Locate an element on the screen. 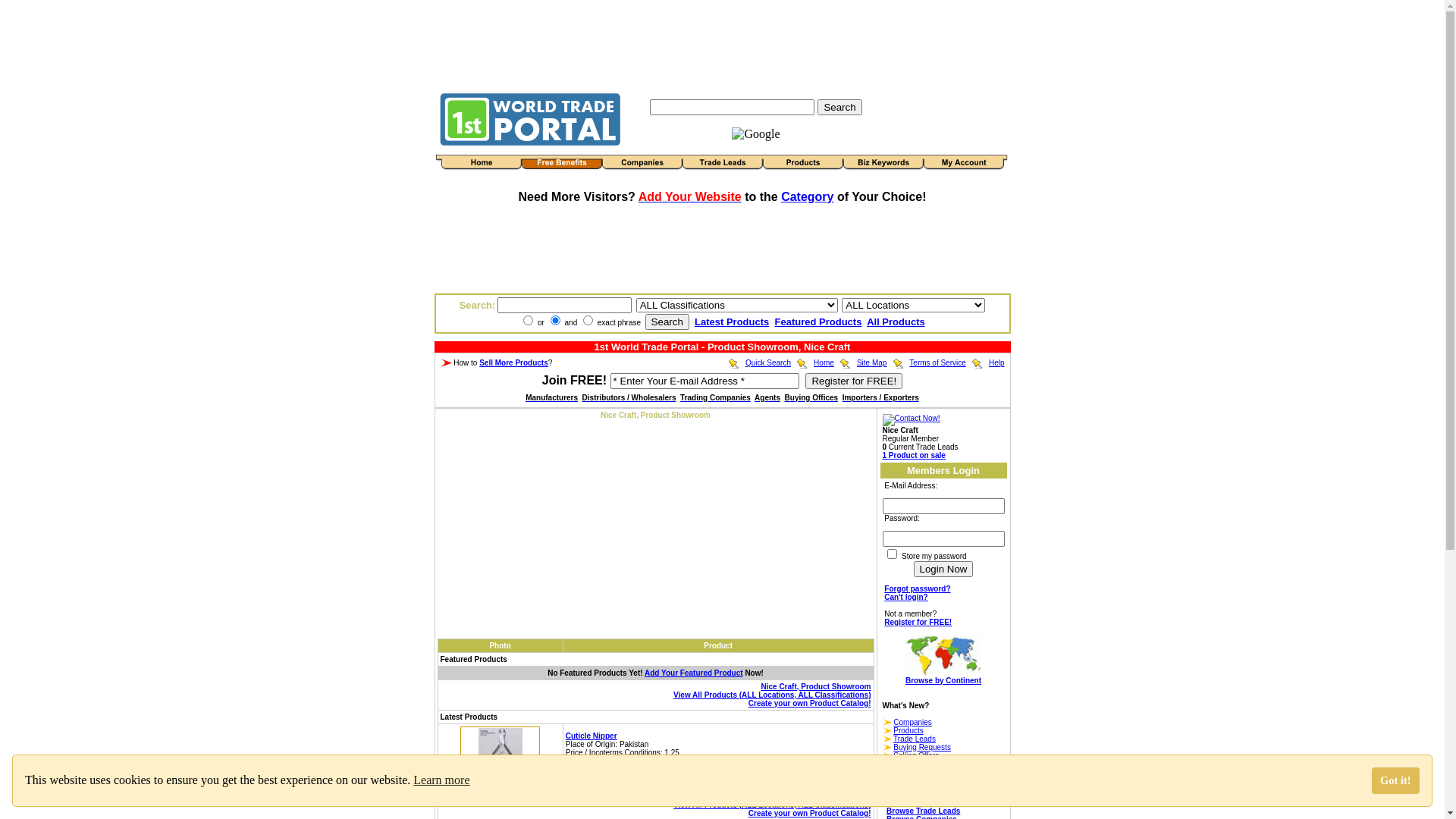 This screenshot has height=819, width=1456. 'Trade Leads' is located at coordinates (913, 738).